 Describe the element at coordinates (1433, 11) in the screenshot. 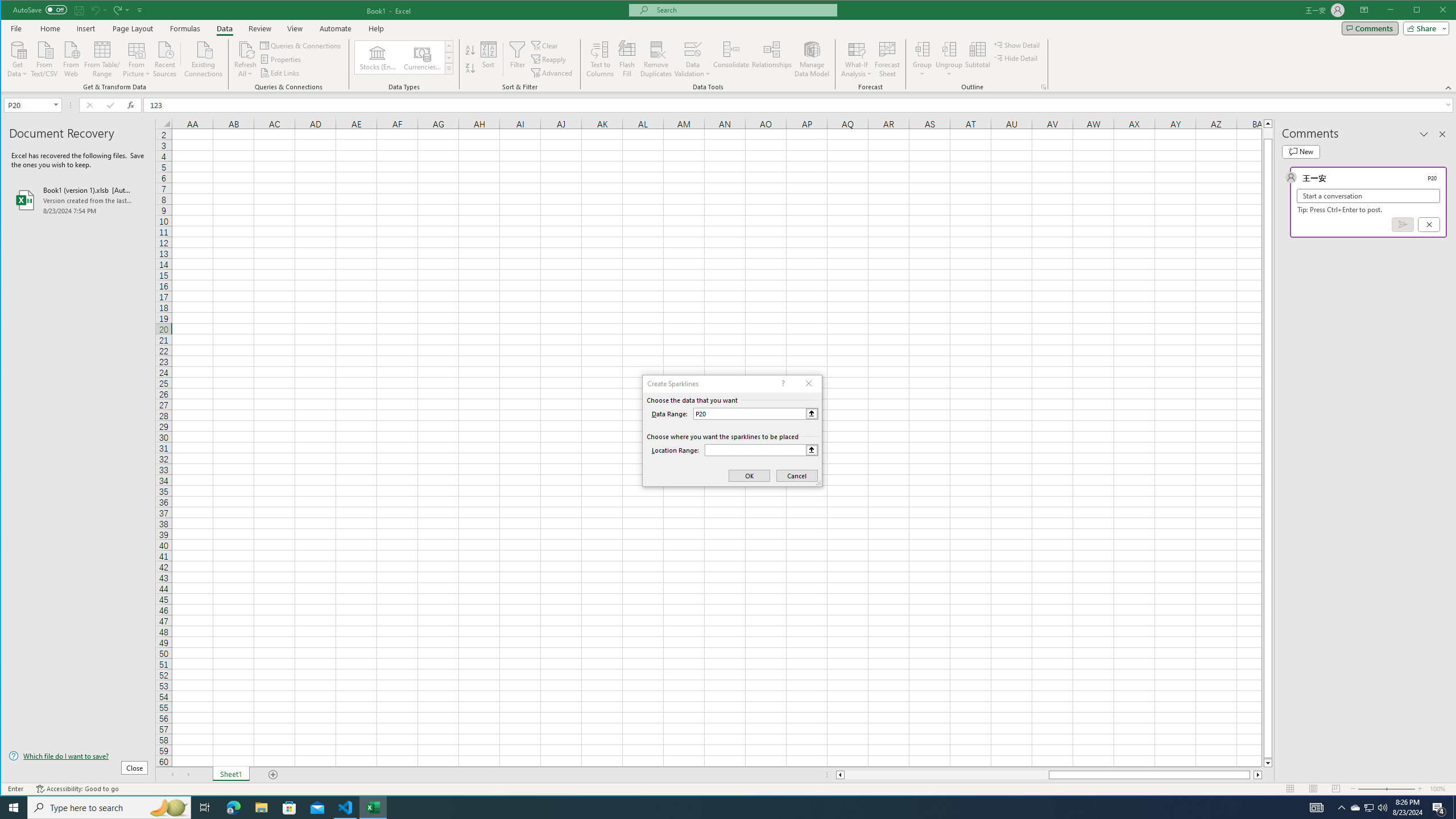

I see `'Maximize'` at that location.